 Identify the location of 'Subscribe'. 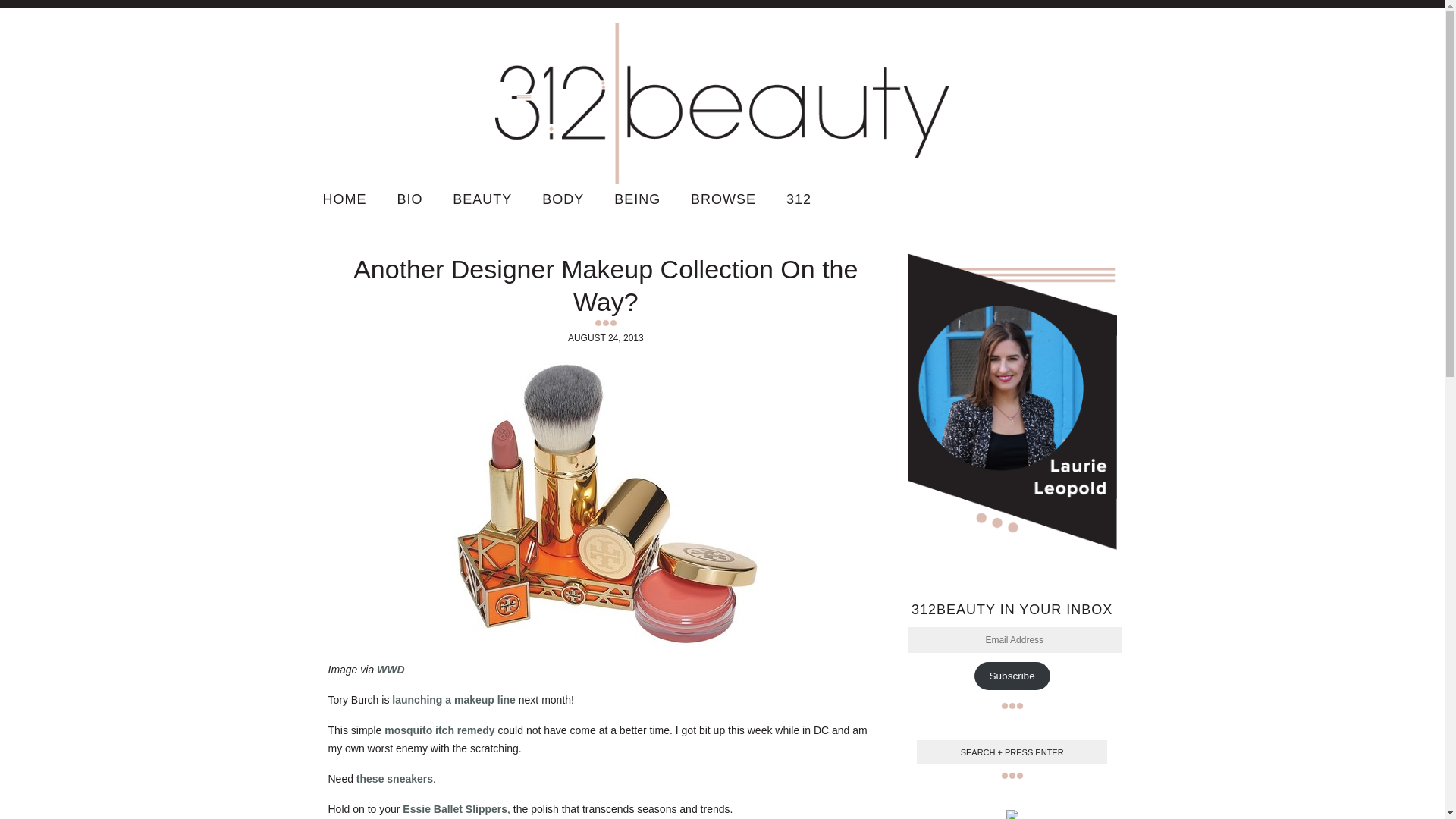
(1012, 675).